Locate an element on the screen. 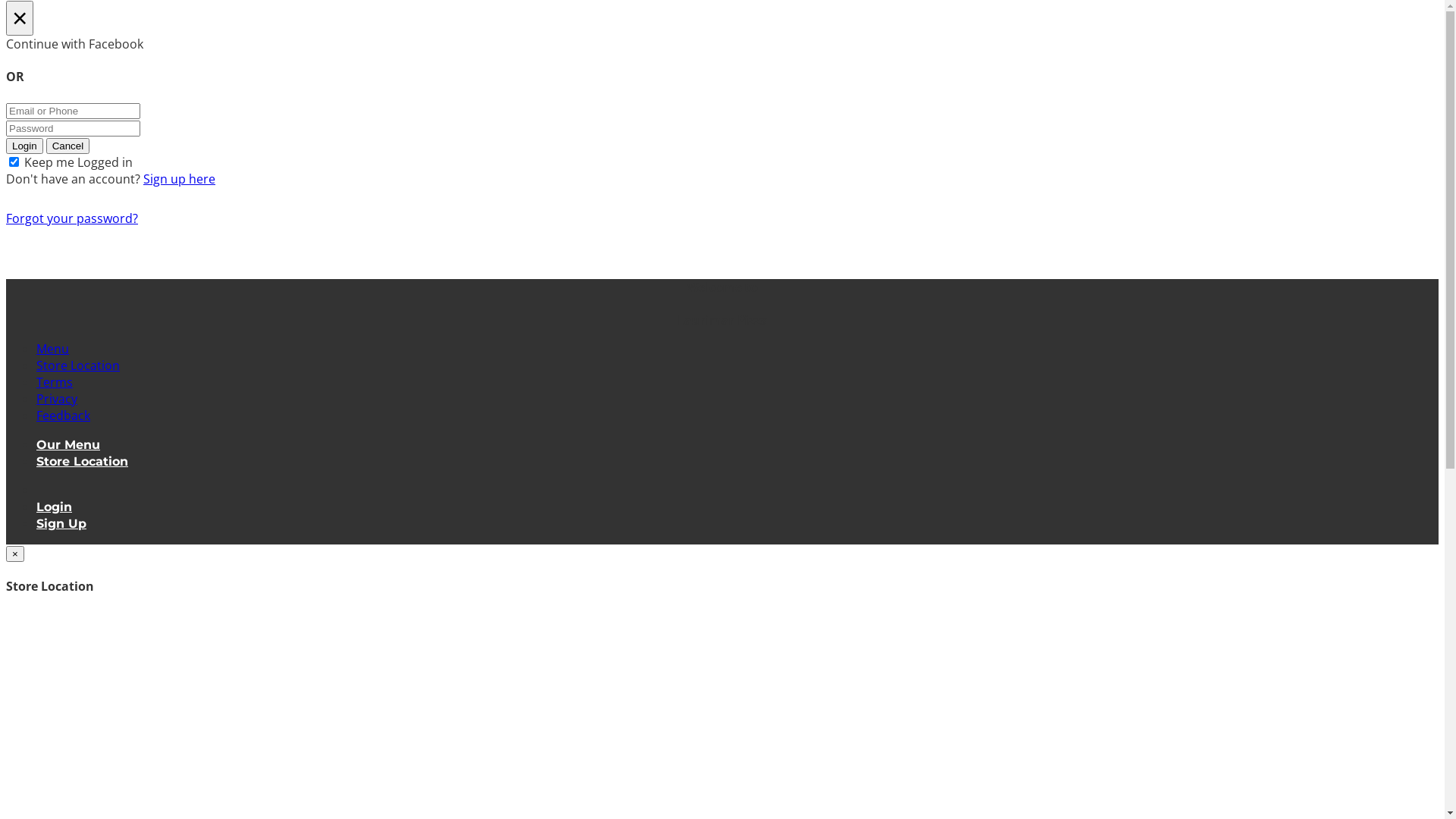 This screenshot has height=819, width=1456. 'Privacy' is located at coordinates (36, 397).